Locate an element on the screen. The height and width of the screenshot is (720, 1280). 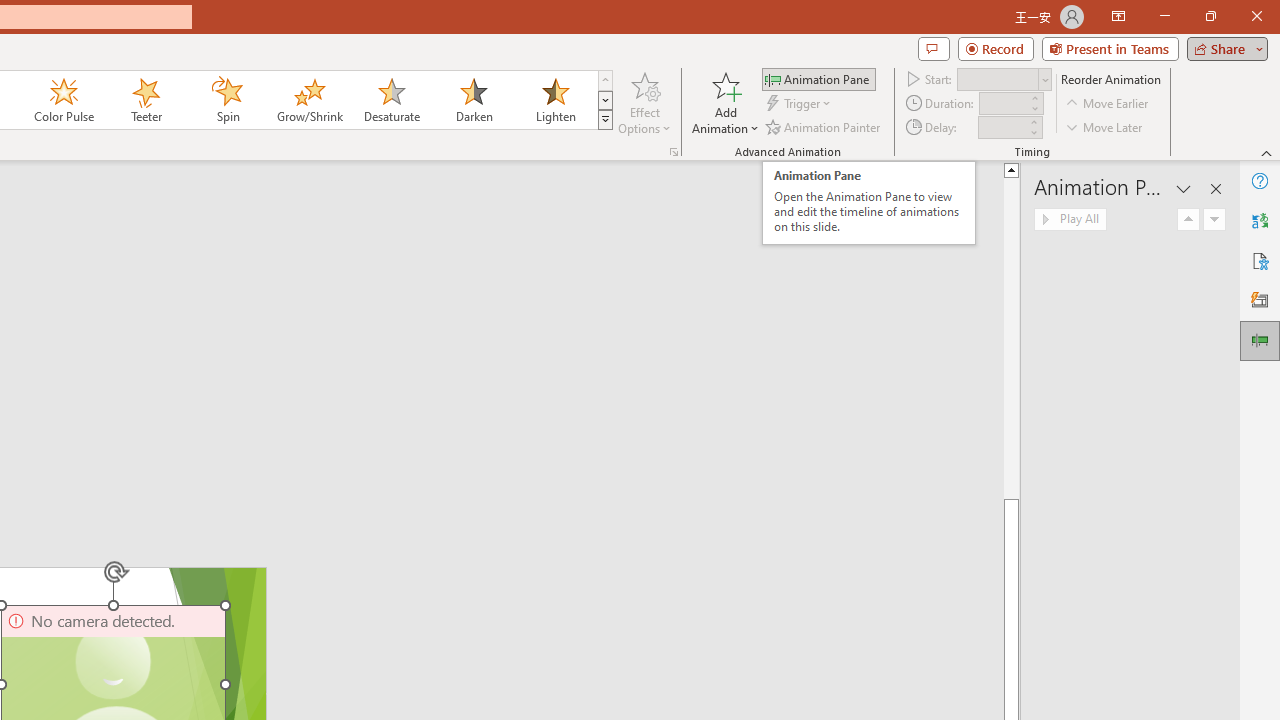
'Animation Painter' is located at coordinates (824, 127).